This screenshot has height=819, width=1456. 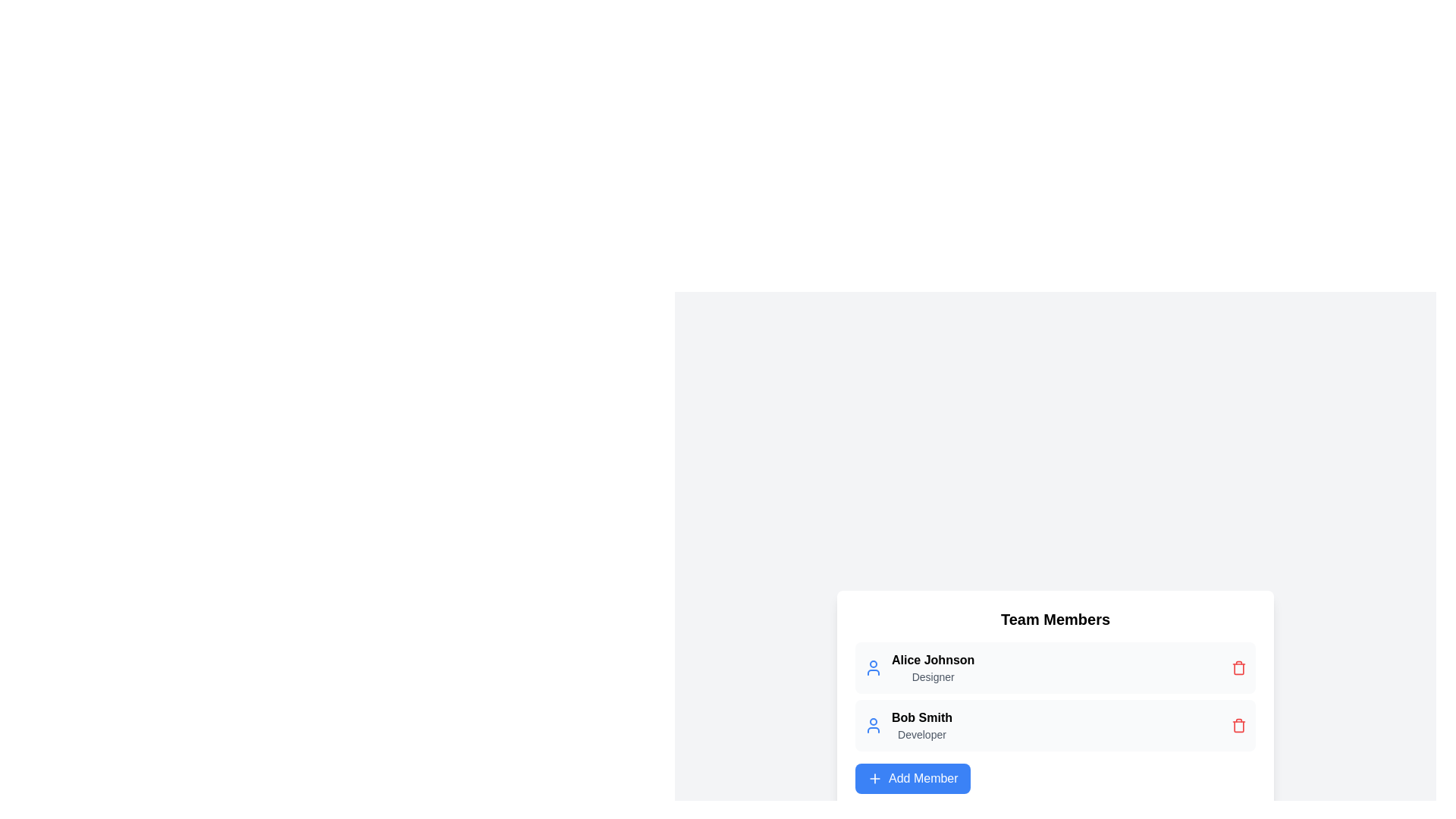 I want to click on the text label displaying 'Designer' in a smaller, gray font located in the 'Team Members' section beneath 'Alice Johnson', so click(x=932, y=676).